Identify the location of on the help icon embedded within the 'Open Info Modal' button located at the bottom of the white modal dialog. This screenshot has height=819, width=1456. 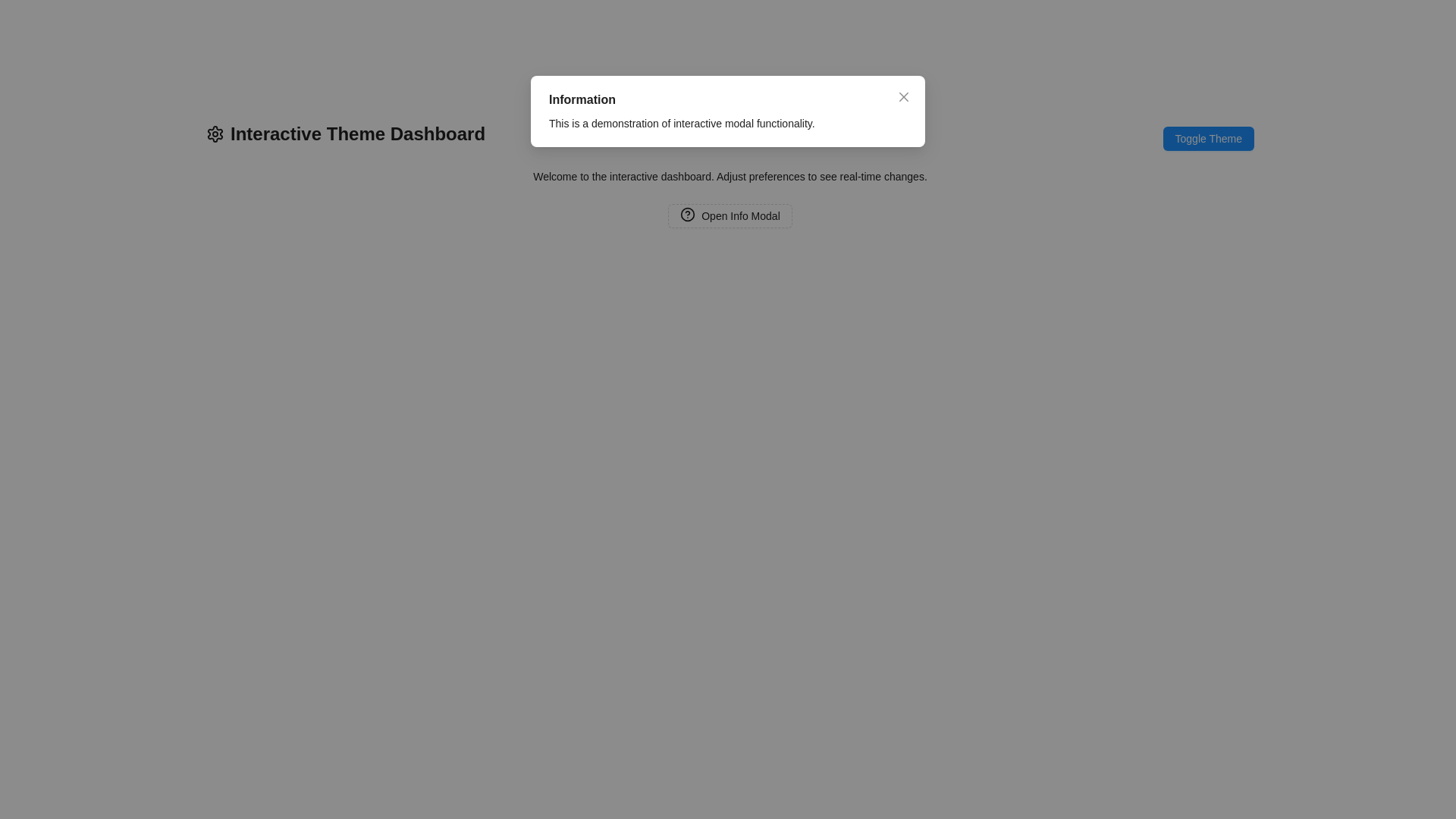
(687, 214).